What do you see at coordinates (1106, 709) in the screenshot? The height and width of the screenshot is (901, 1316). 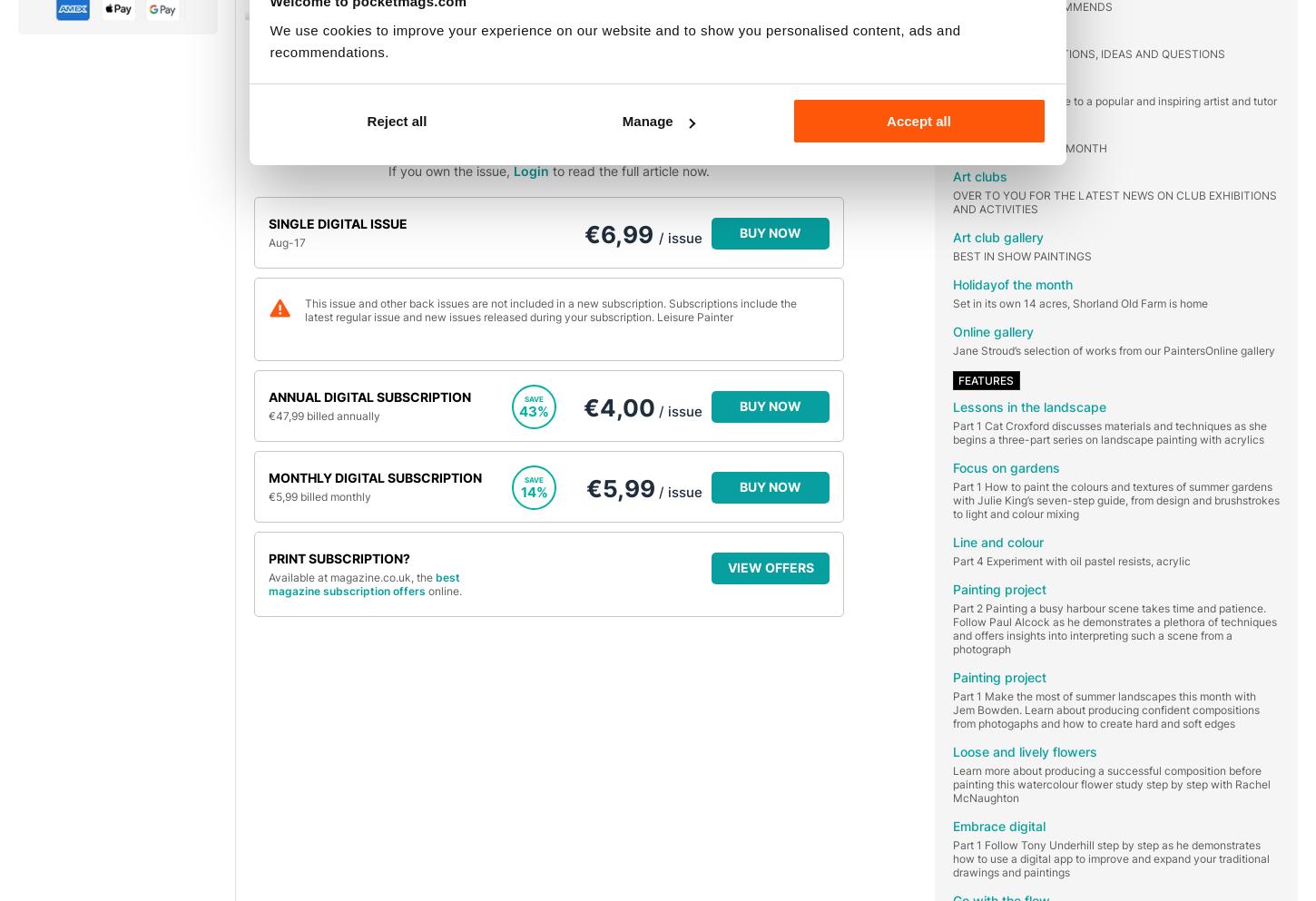 I see `'Part 1 Make the most of summer landscapes this month with Jem Bowden. Learn about producing confident compositions from photogaphs and how to create hard and soft edges'` at bounding box center [1106, 709].